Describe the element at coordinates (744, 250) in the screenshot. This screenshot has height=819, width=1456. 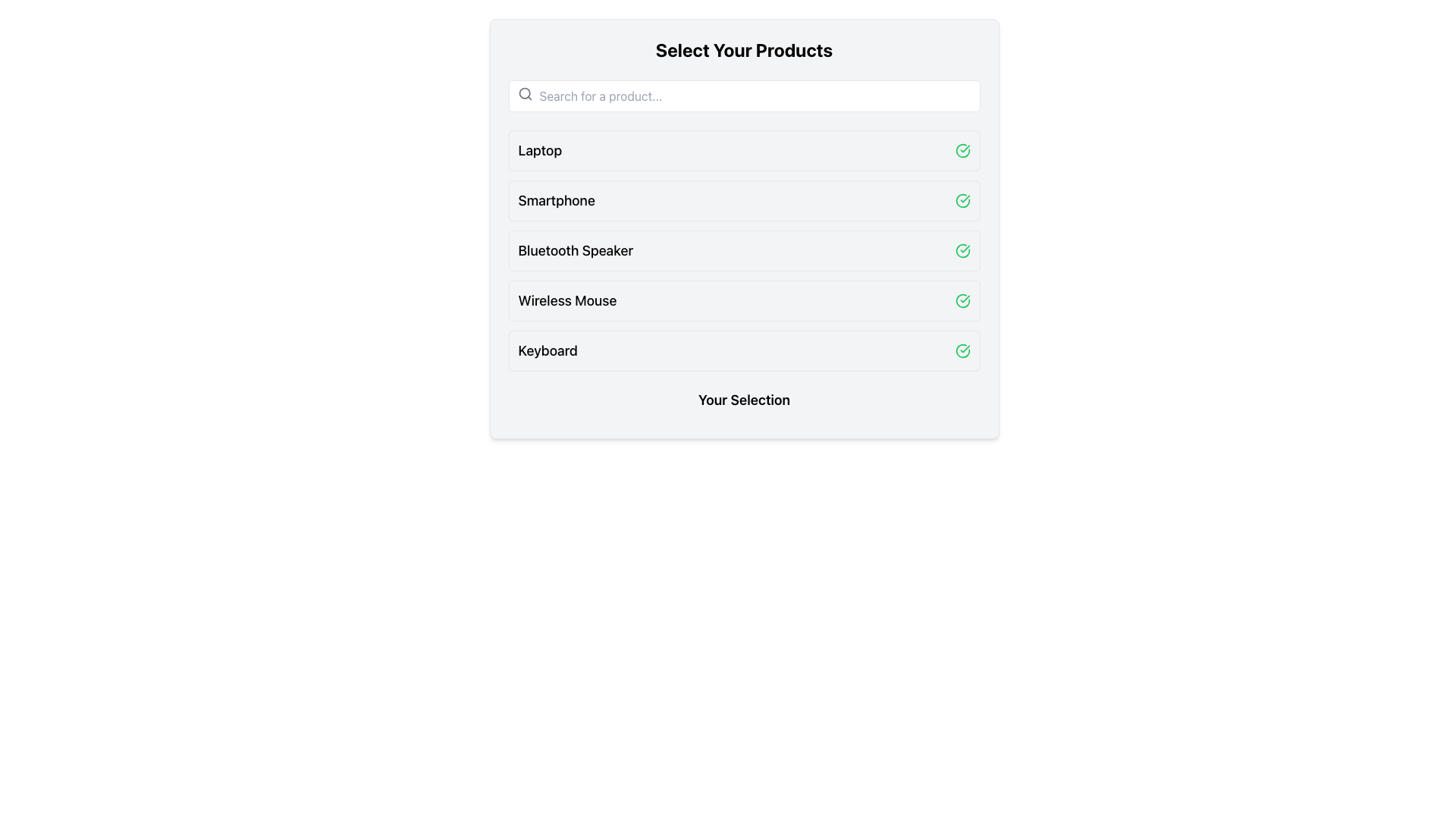
I see `the list item representing 'Bluetooth Speaker'` at that location.